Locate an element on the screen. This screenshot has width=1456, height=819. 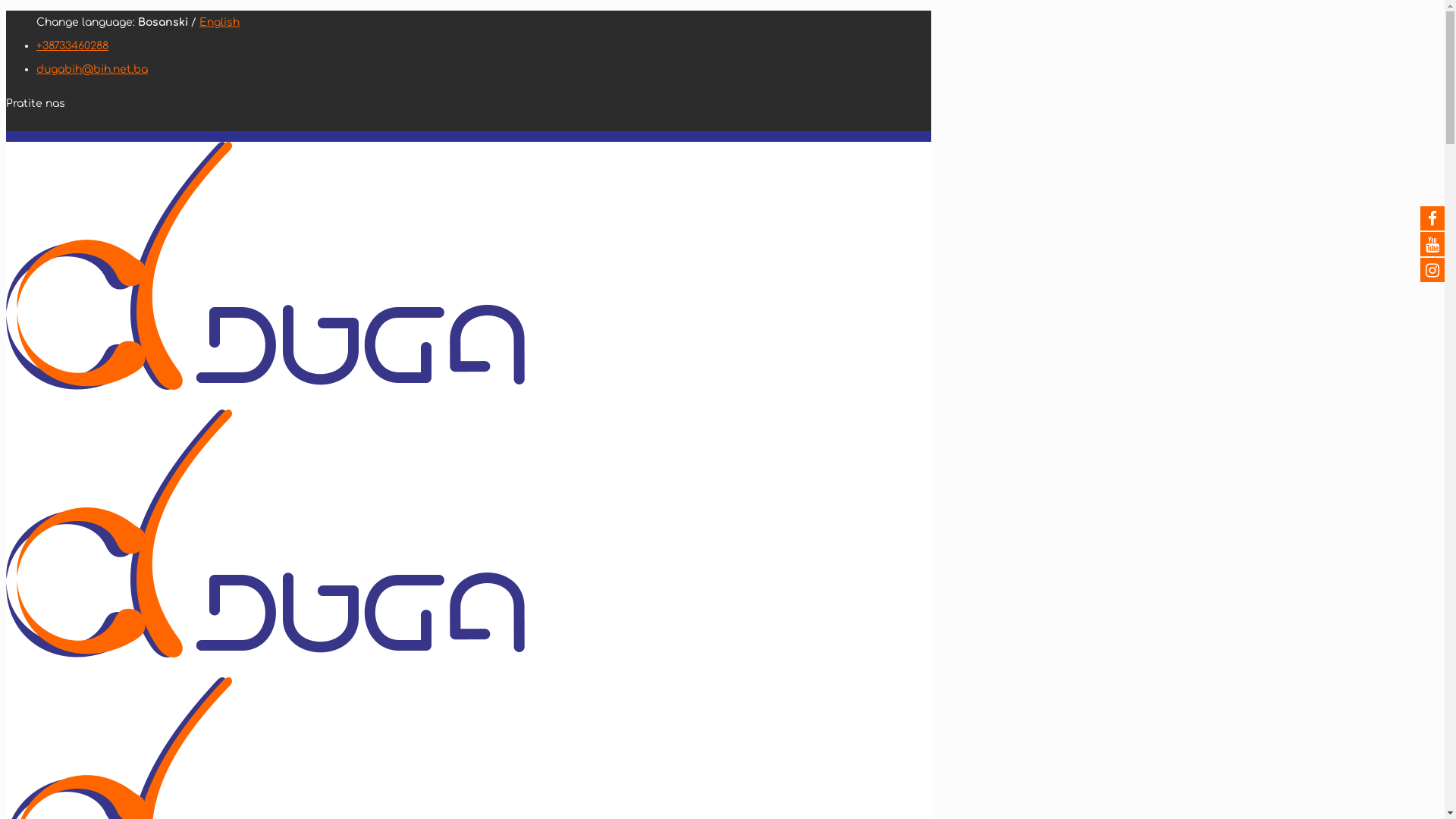
'+38733460288' is located at coordinates (71, 45).